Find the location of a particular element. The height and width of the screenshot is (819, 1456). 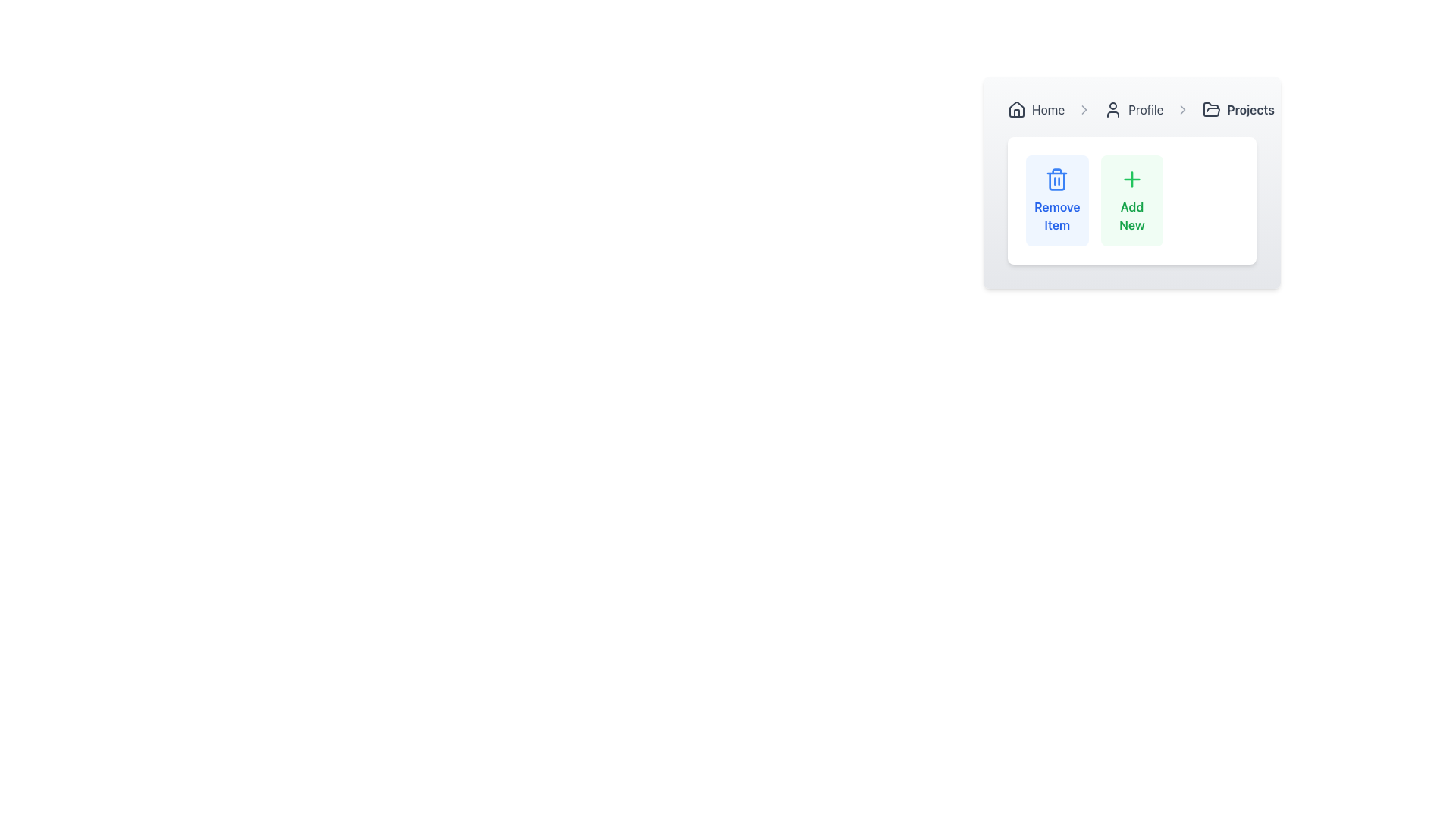

the 'Profile' navigation link, which is the second item in the navigation bar is located at coordinates (1134, 109).